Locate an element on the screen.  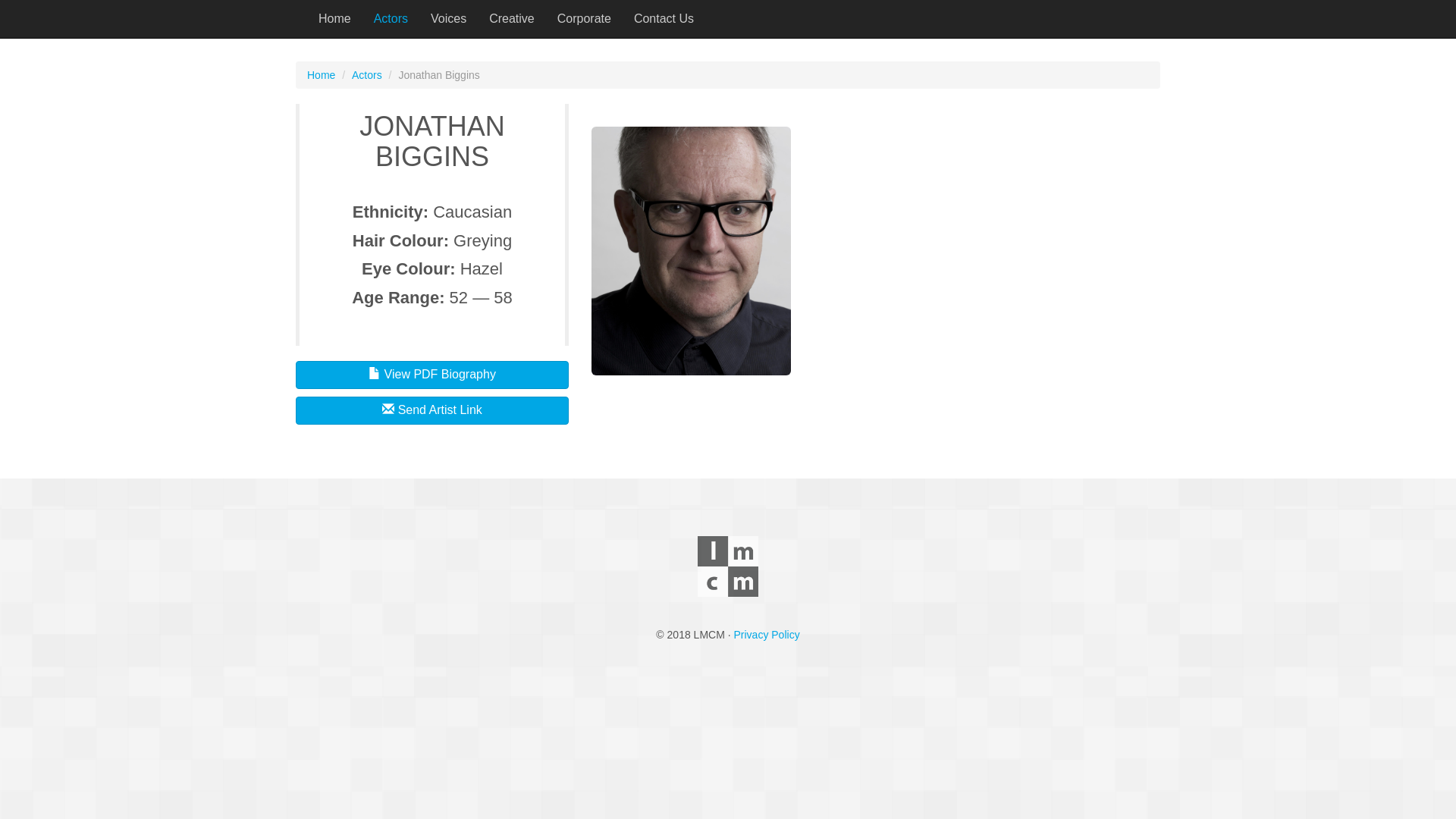
'Actors' is located at coordinates (351, 75).